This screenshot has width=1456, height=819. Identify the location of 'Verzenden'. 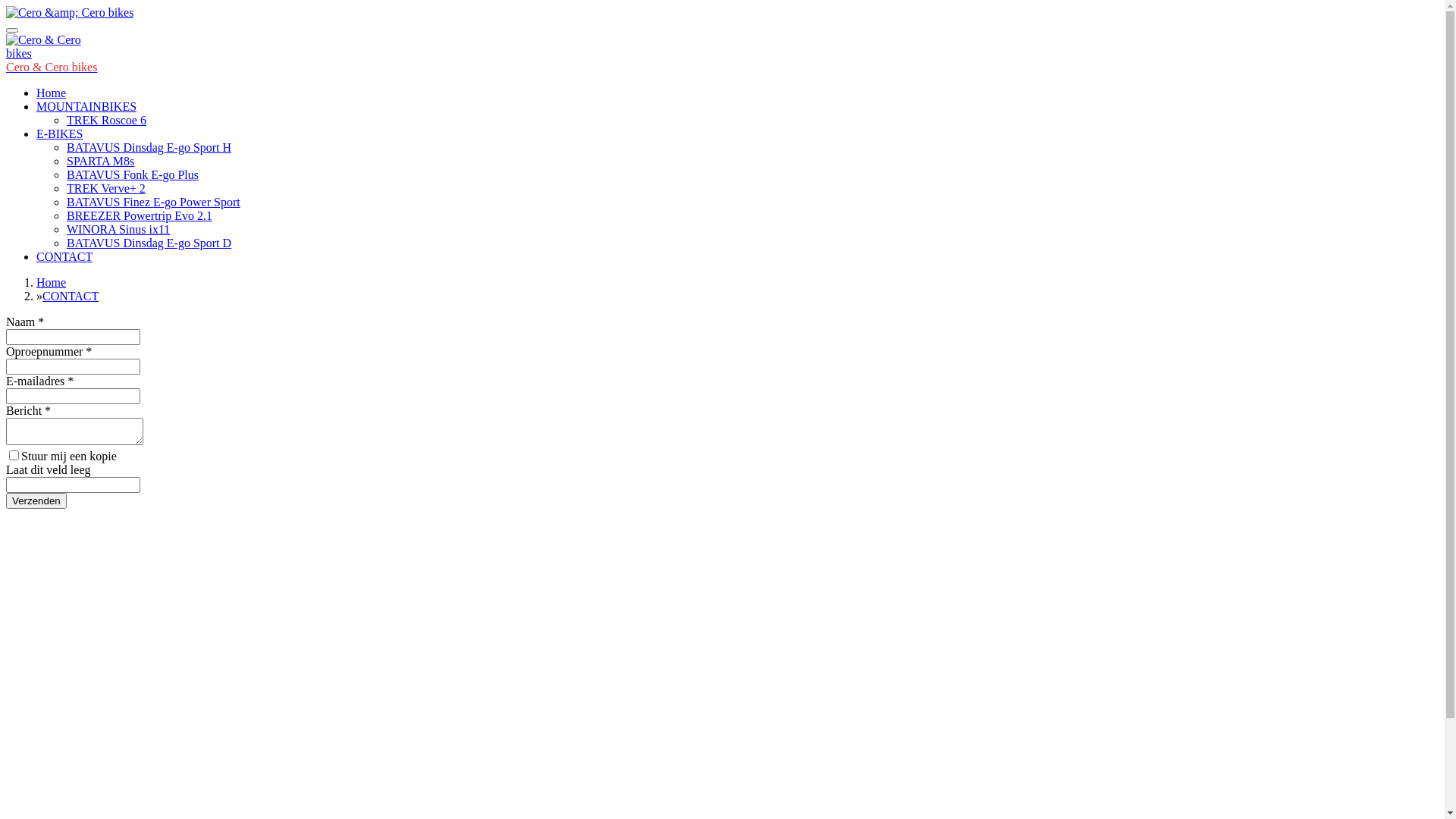
(36, 500).